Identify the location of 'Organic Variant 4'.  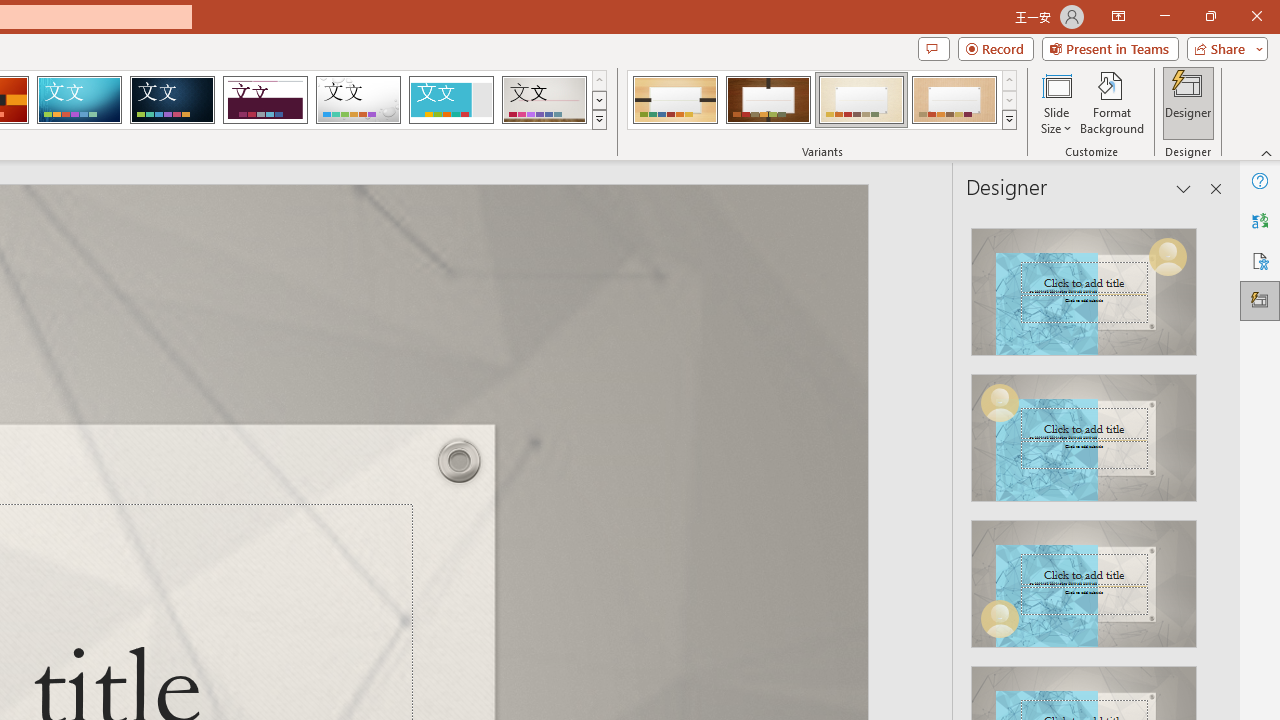
(953, 100).